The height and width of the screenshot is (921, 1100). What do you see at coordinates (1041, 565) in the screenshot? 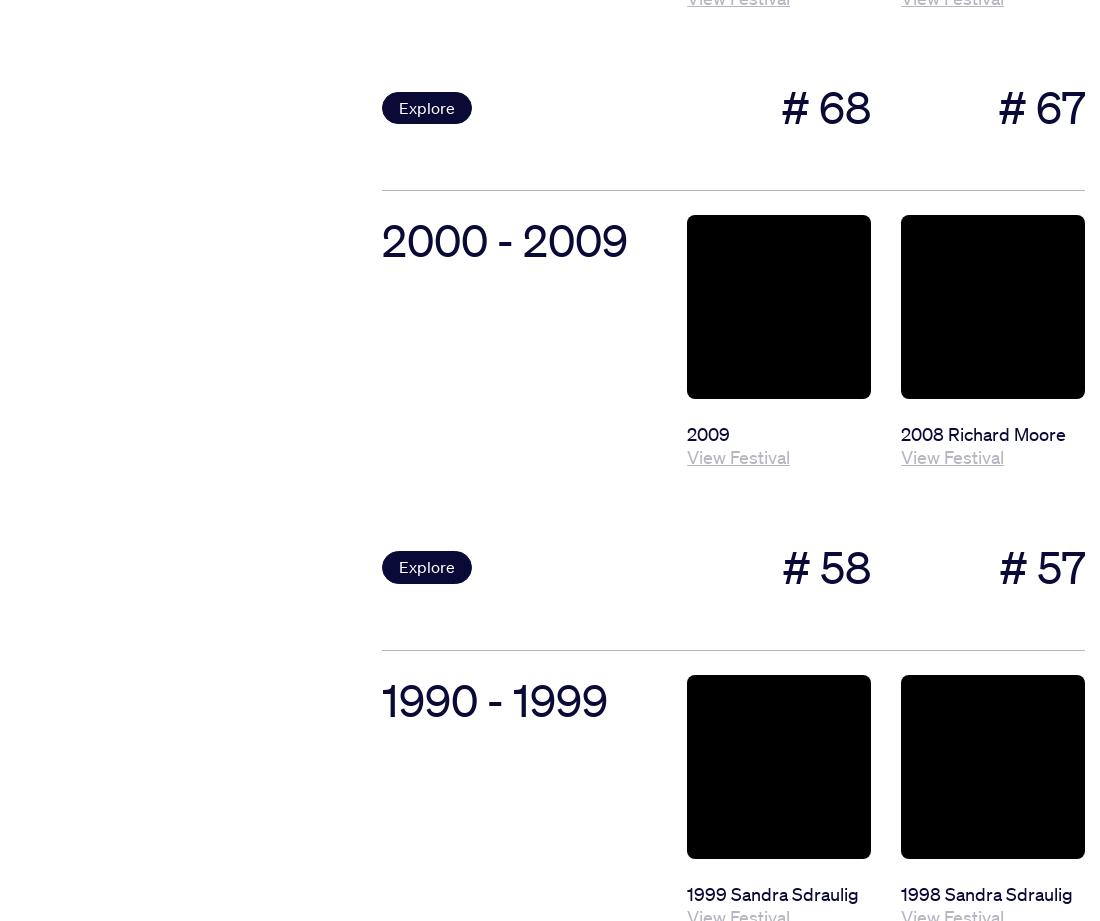
I see `'# 57'` at bounding box center [1041, 565].